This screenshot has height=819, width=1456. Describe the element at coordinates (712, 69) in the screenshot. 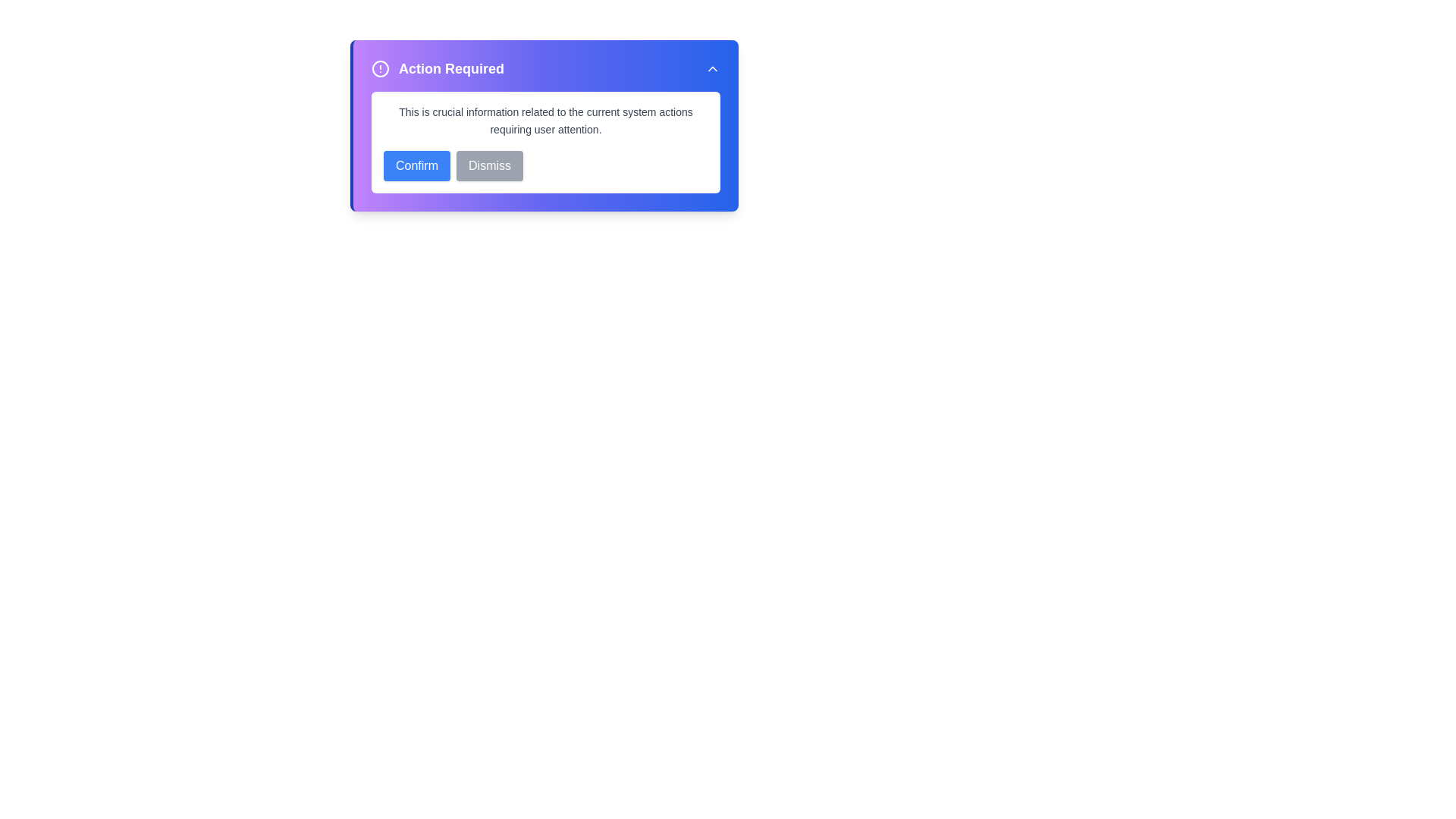

I see `dropdown button to toggle the visibility of detailed information` at that location.